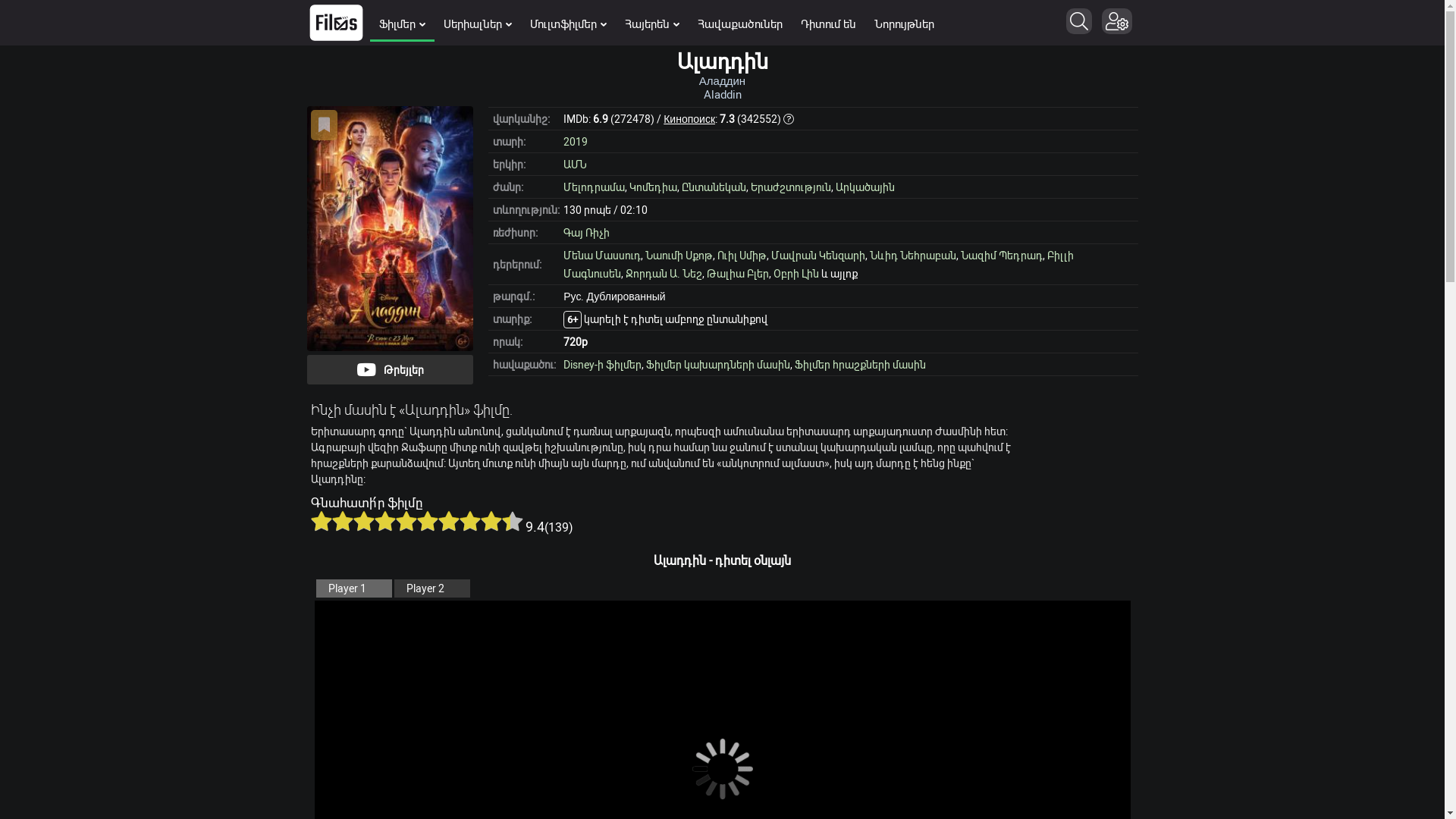 Image resolution: width=1456 pixels, height=819 pixels. I want to click on '4', so click(375, 519).